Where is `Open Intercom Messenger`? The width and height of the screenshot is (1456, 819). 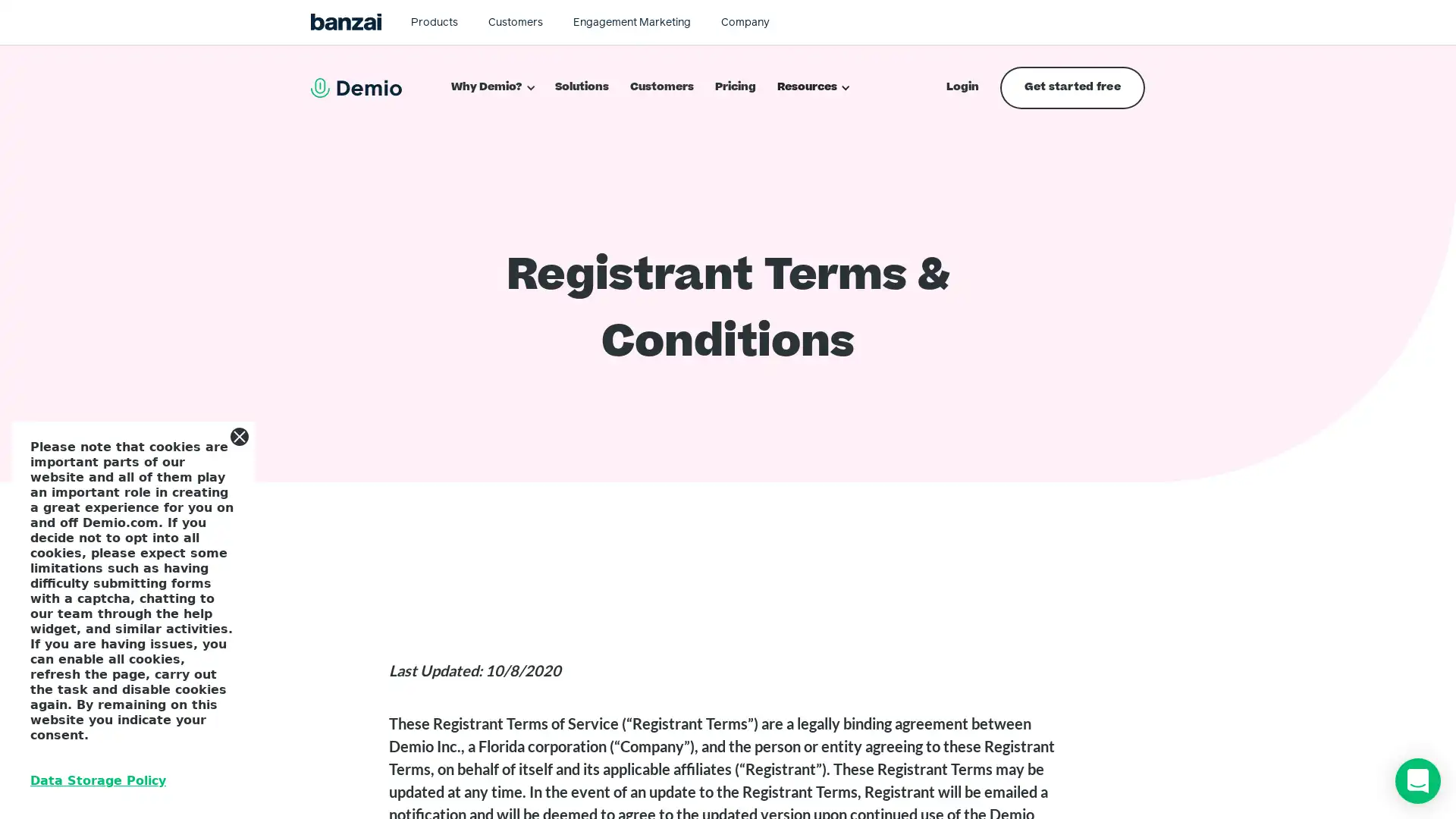 Open Intercom Messenger is located at coordinates (1417, 780).